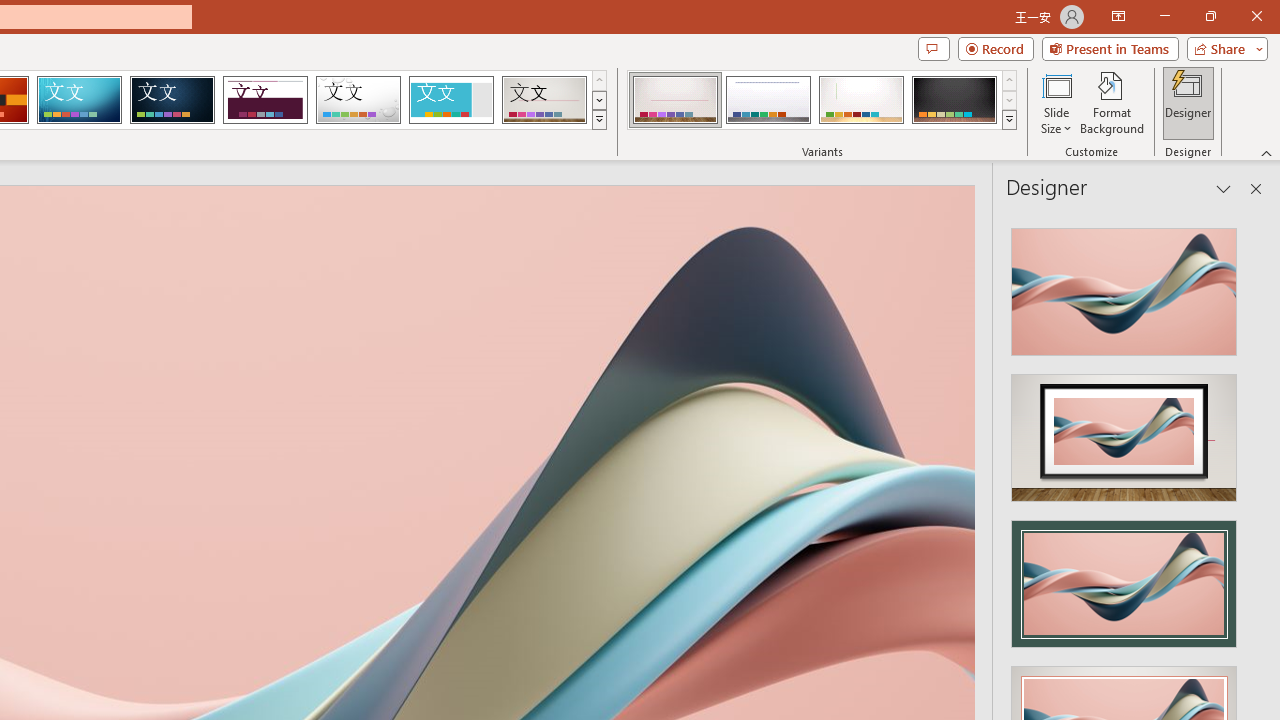  I want to click on 'Variants', so click(1009, 120).